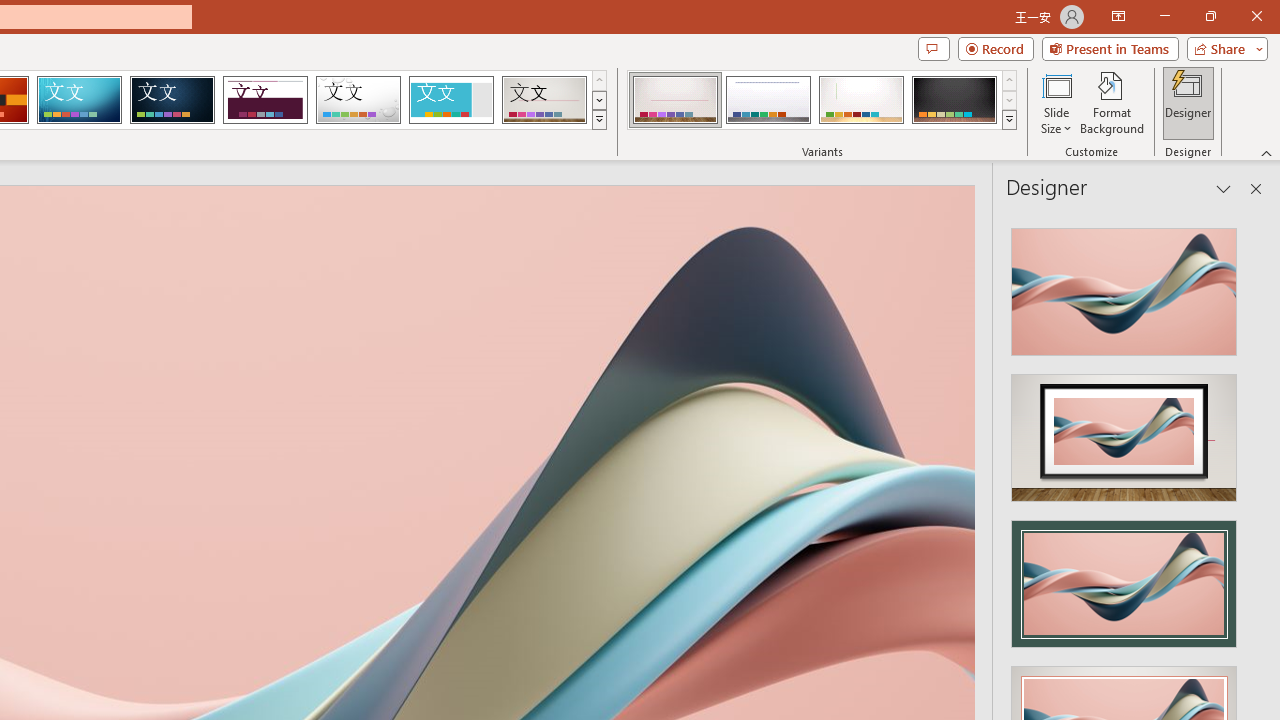  I want to click on 'Variants', so click(1009, 120).